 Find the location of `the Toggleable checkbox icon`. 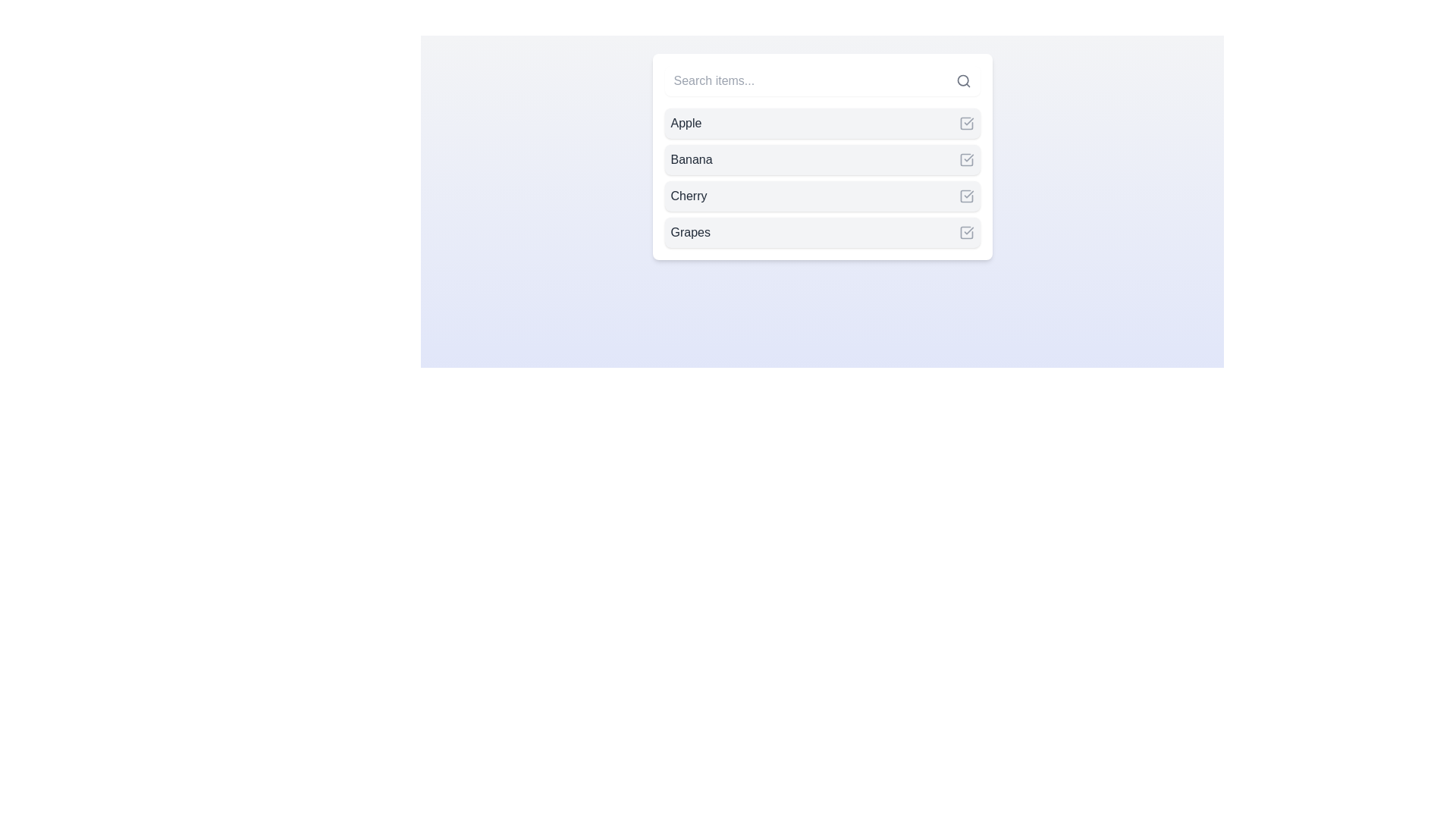

the Toggleable checkbox icon is located at coordinates (965, 233).